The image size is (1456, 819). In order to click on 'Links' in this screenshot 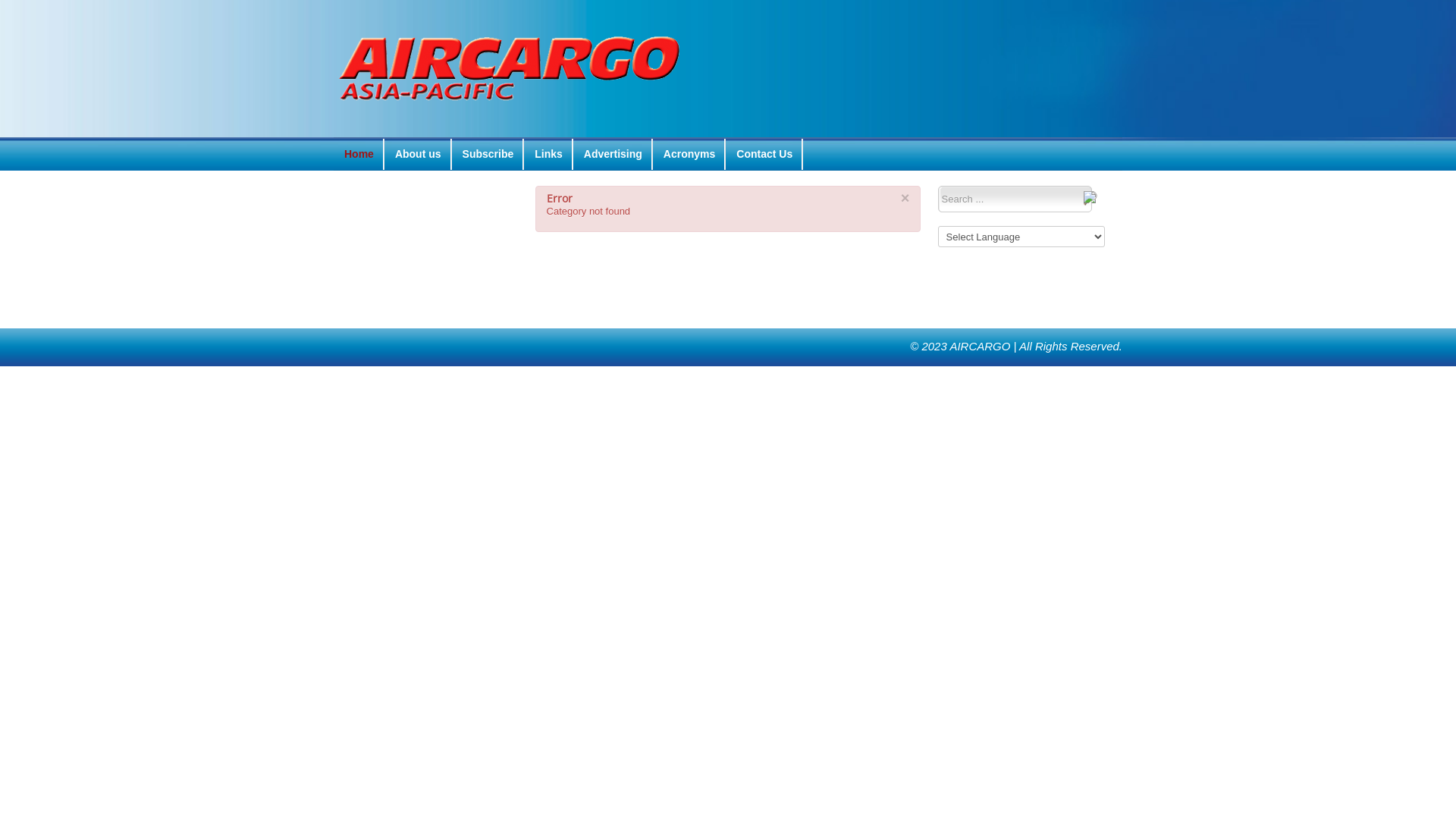, I will do `click(524, 154)`.